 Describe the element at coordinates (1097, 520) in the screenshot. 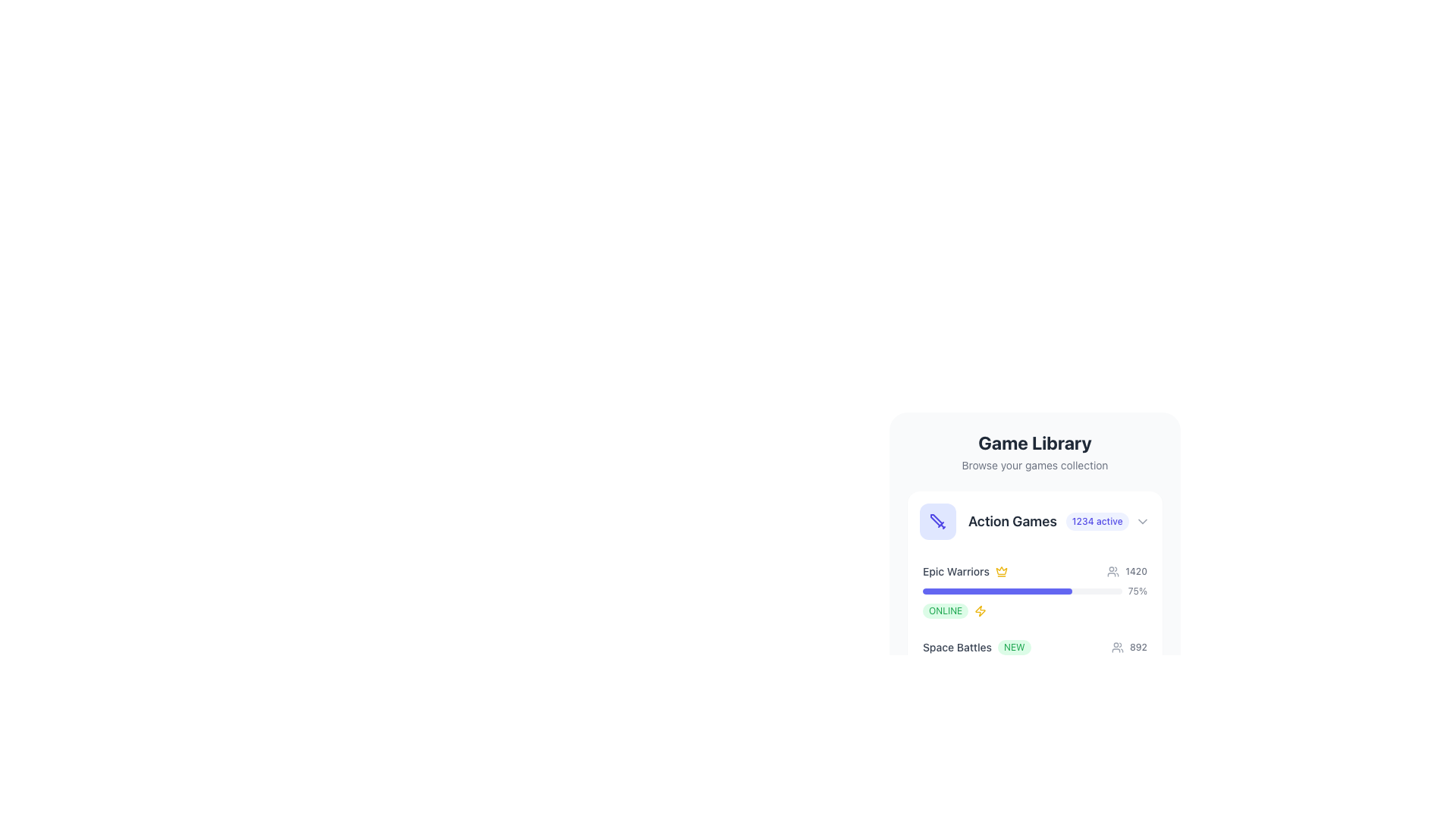

I see `the label displaying '1234 active' located in the 'Action Games' section, positioned to the top-right of the 'Action Games' text` at that location.